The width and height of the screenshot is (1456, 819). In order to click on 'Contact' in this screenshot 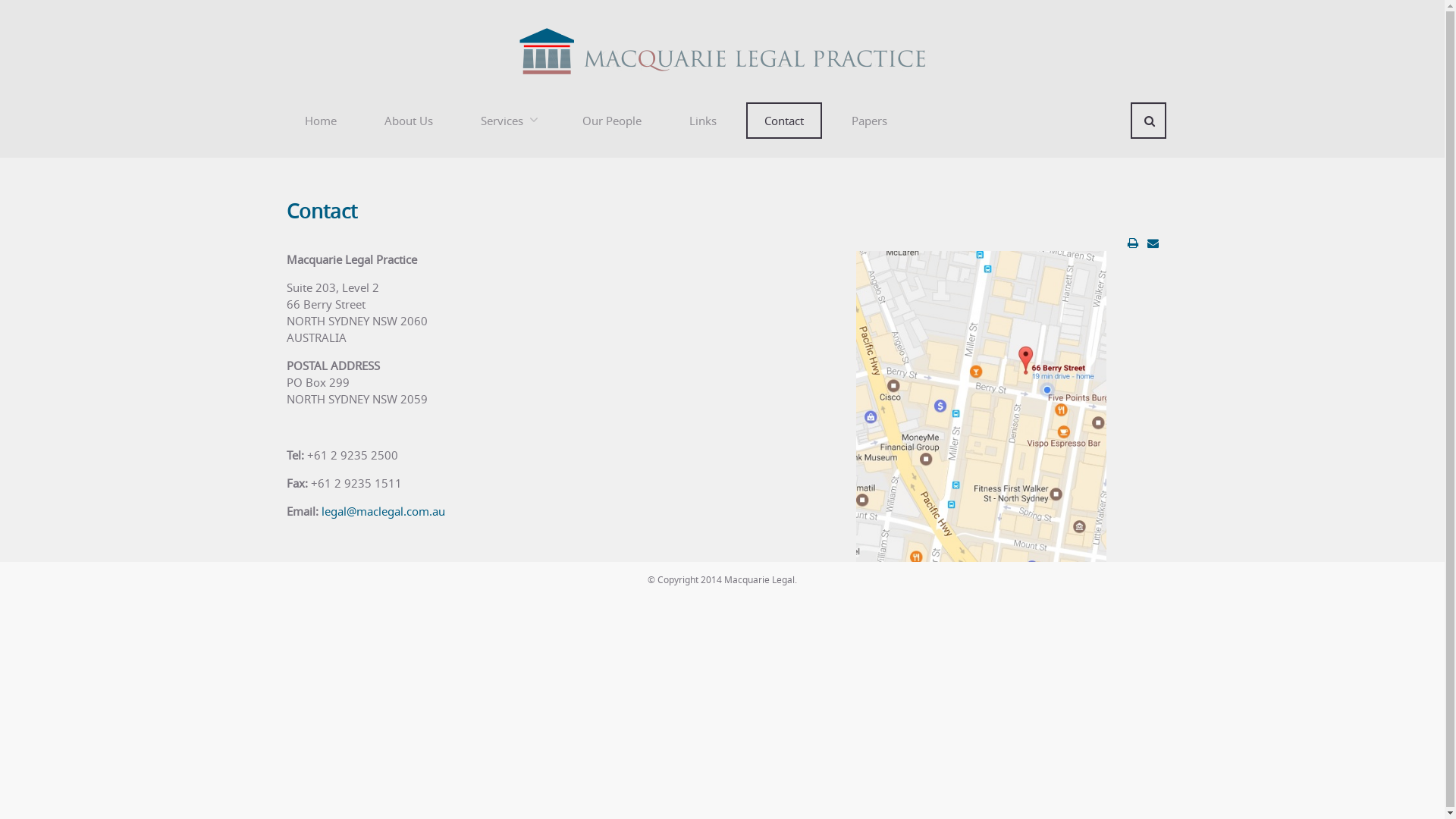, I will do `click(321, 210)`.